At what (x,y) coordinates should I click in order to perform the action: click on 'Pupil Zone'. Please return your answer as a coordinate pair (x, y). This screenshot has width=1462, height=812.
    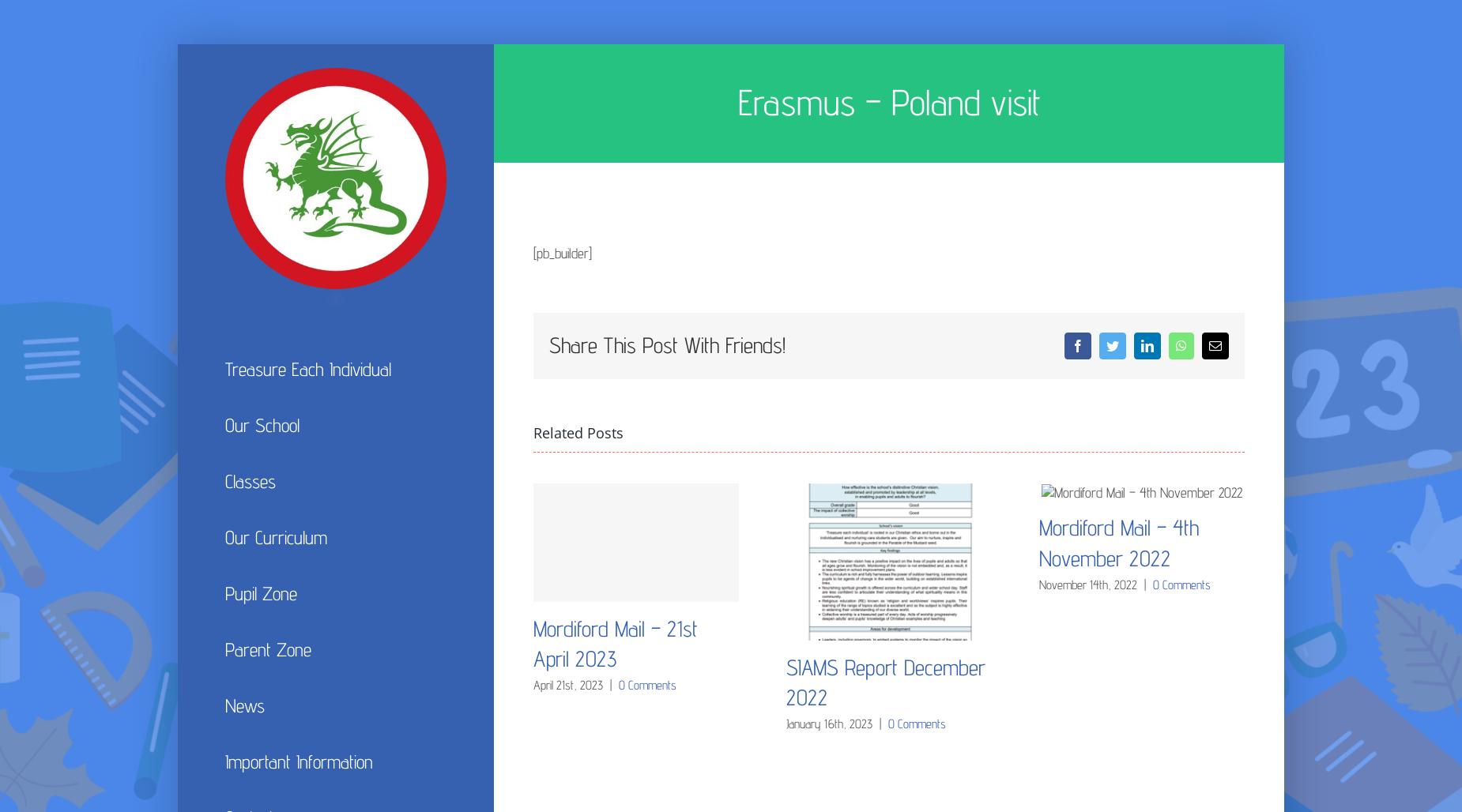
    Looking at the image, I should click on (260, 592).